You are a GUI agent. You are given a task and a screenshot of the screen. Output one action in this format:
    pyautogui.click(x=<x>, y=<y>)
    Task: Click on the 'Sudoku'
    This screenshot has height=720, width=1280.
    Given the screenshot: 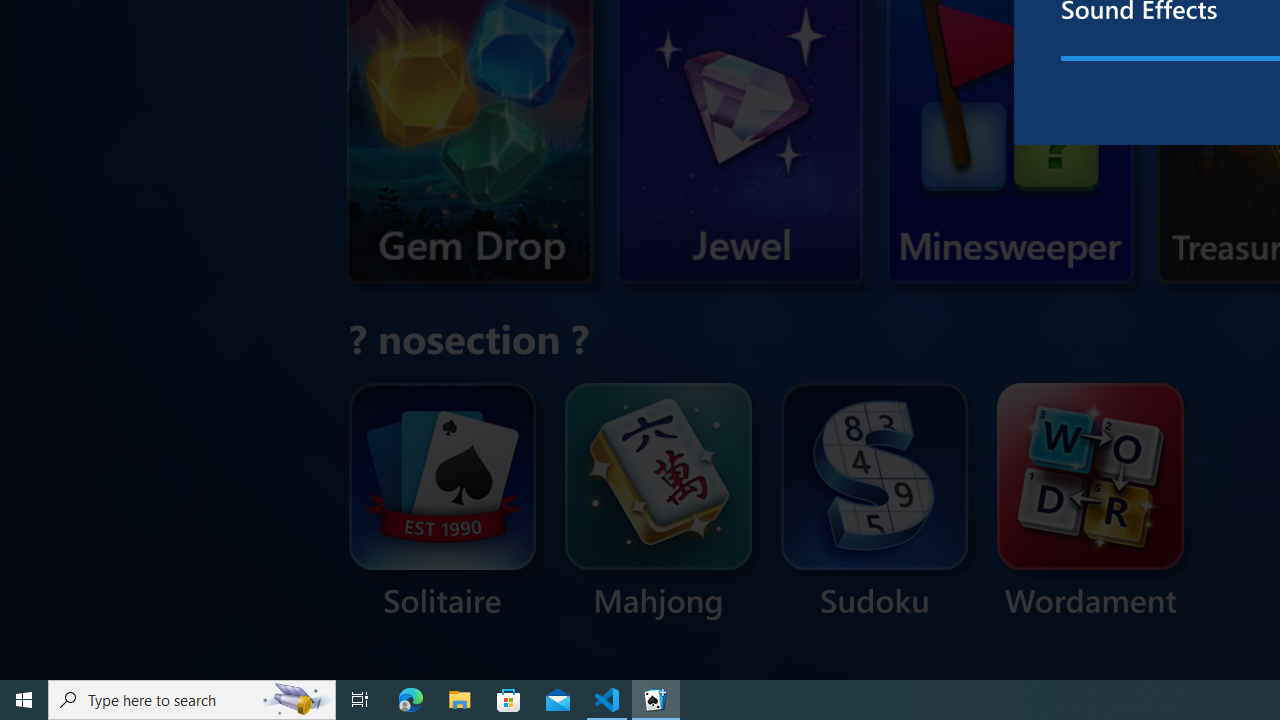 What is the action you would take?
    pyautogui.click(x=875, y=501)
    